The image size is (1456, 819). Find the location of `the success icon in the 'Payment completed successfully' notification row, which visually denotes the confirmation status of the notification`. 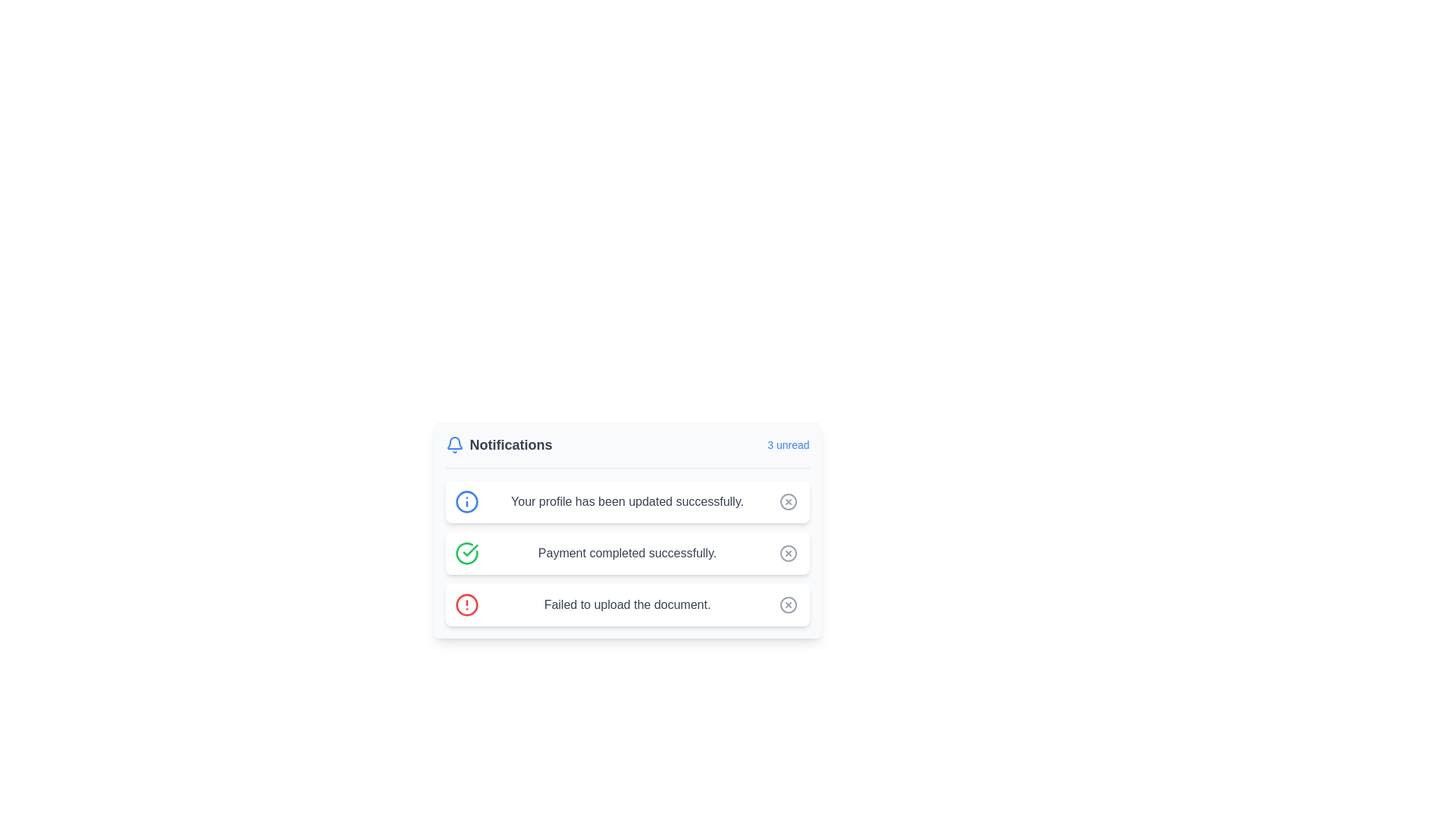

the success icon in the 'Payment completed successfully' notification row, which visually denotes the confirmation status of the notification is located at coordinates (466, 553).